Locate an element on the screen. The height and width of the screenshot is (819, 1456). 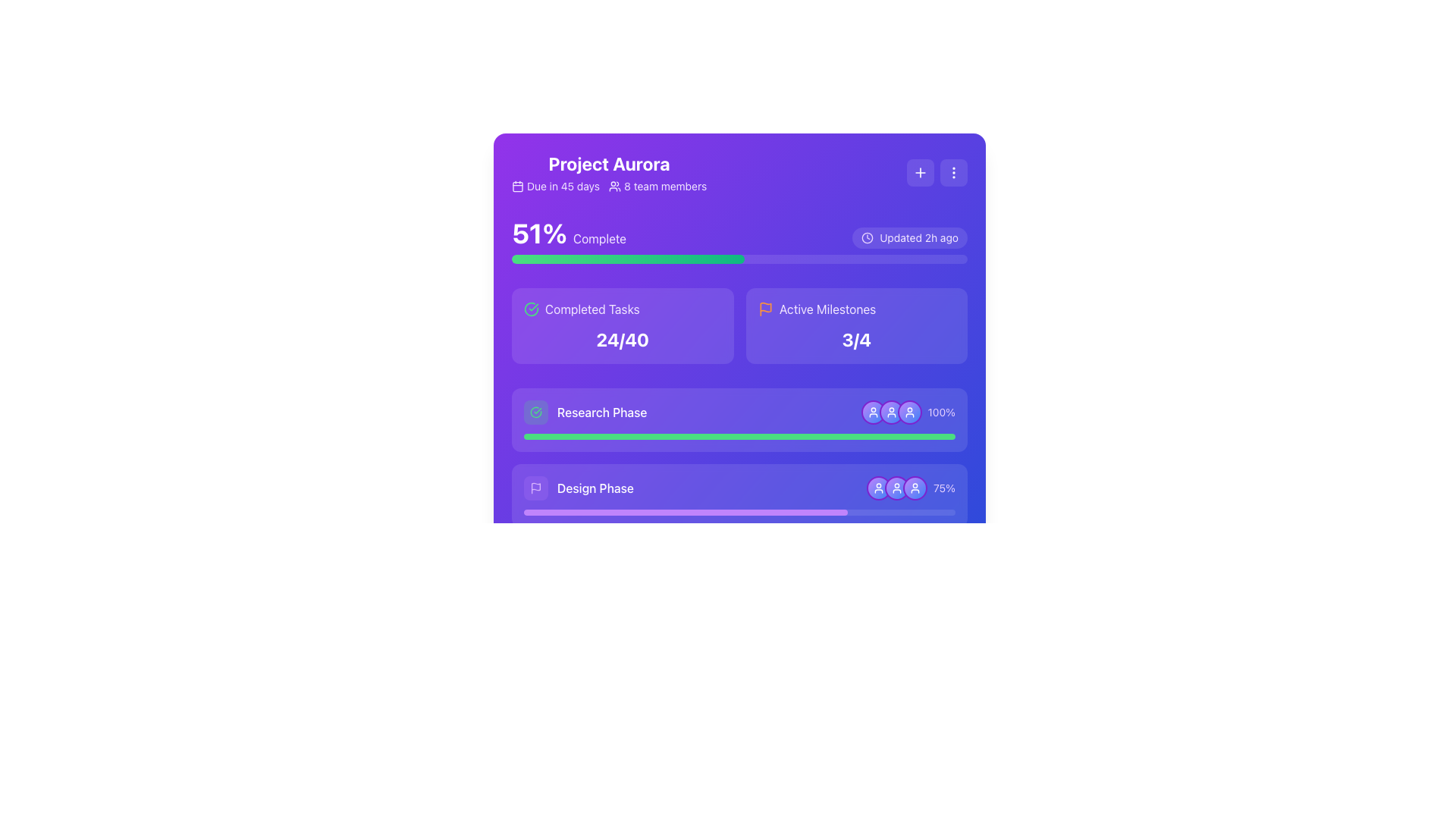
the Text display that shows the progress of active milestones as a fraction, located in the 'Active Milestones' section below its title, and aligned with the 'Completed Tasks' section is located at coordinates (856, 338).